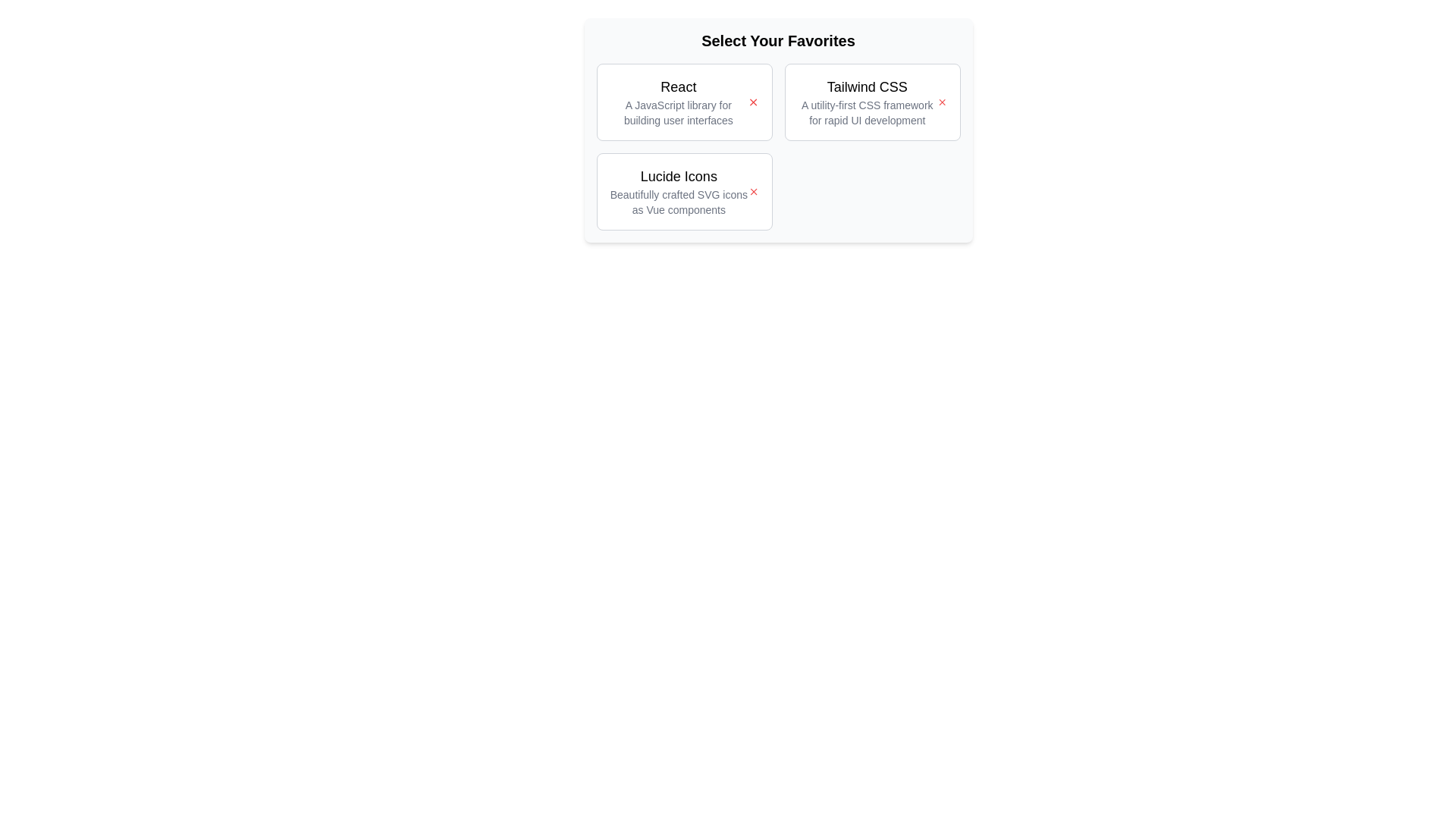 The width and height of the screenshot is (1456, 819). What do you see at coordinates (753, 102) in the screenshot?
I see `the React icon to toggle its selection` at bounding box center [753, 102].